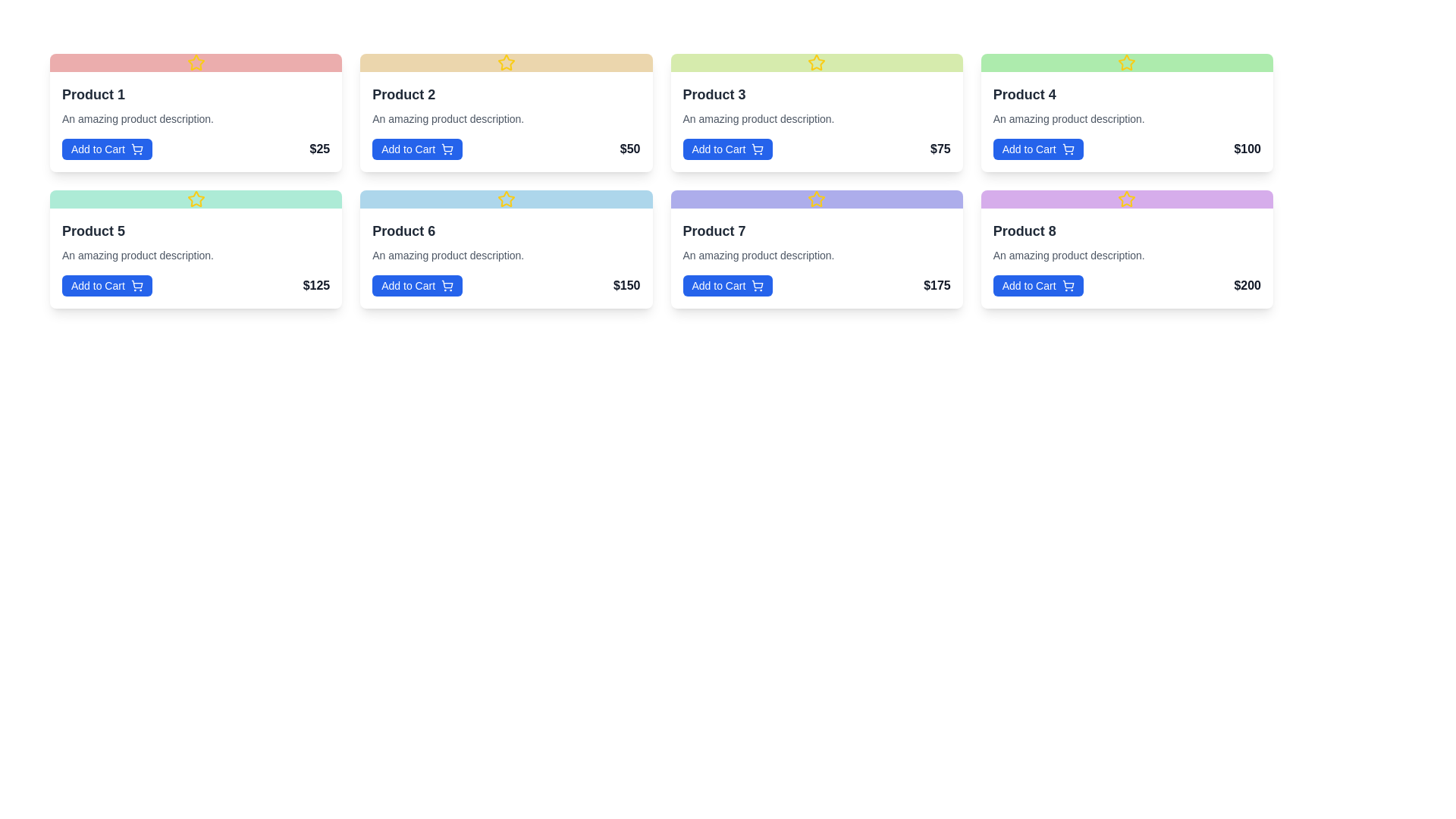  I want to click on the text block displaying 'An amazing product description.' which is located beneath the title 'Product 4' and above the 'Add to Cart' button, so click(1068, 118).